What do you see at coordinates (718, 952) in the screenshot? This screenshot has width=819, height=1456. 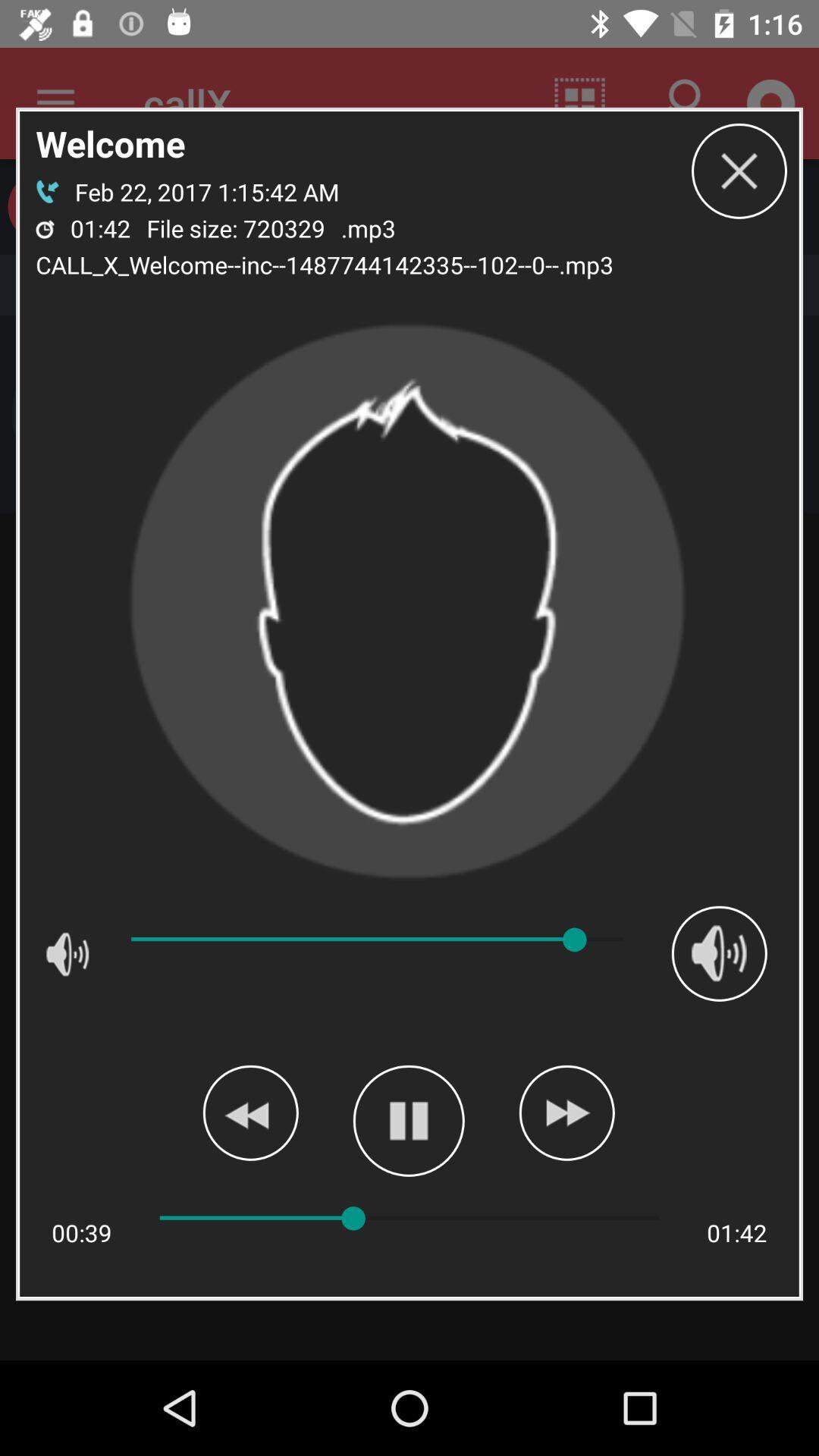 I see `volume up button` at bounding box center [718, 952].